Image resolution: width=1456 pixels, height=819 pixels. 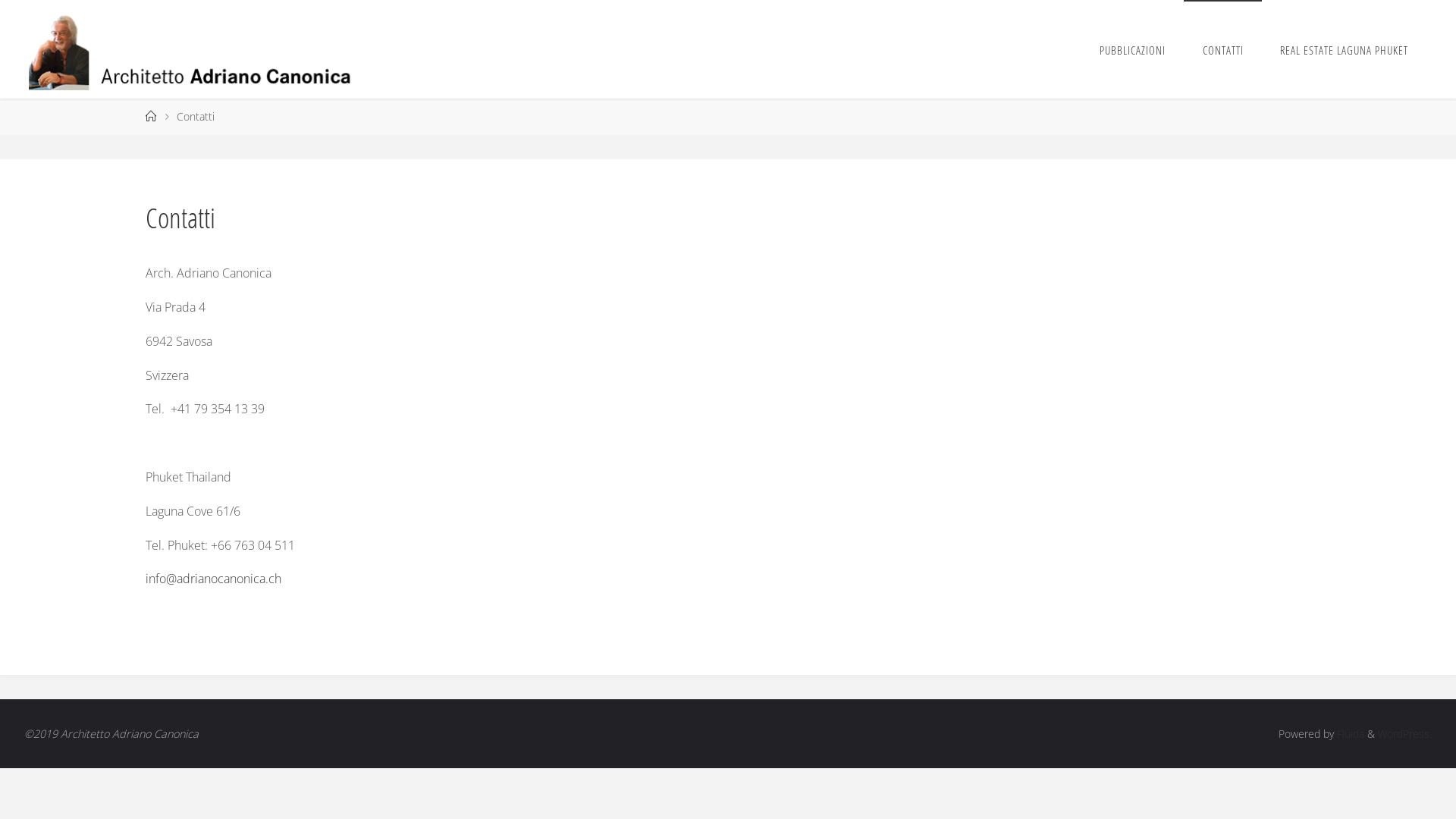 I want to click on 'REAL ESTATE LAGUNA PHUKET', so click(x=1344, y=49).